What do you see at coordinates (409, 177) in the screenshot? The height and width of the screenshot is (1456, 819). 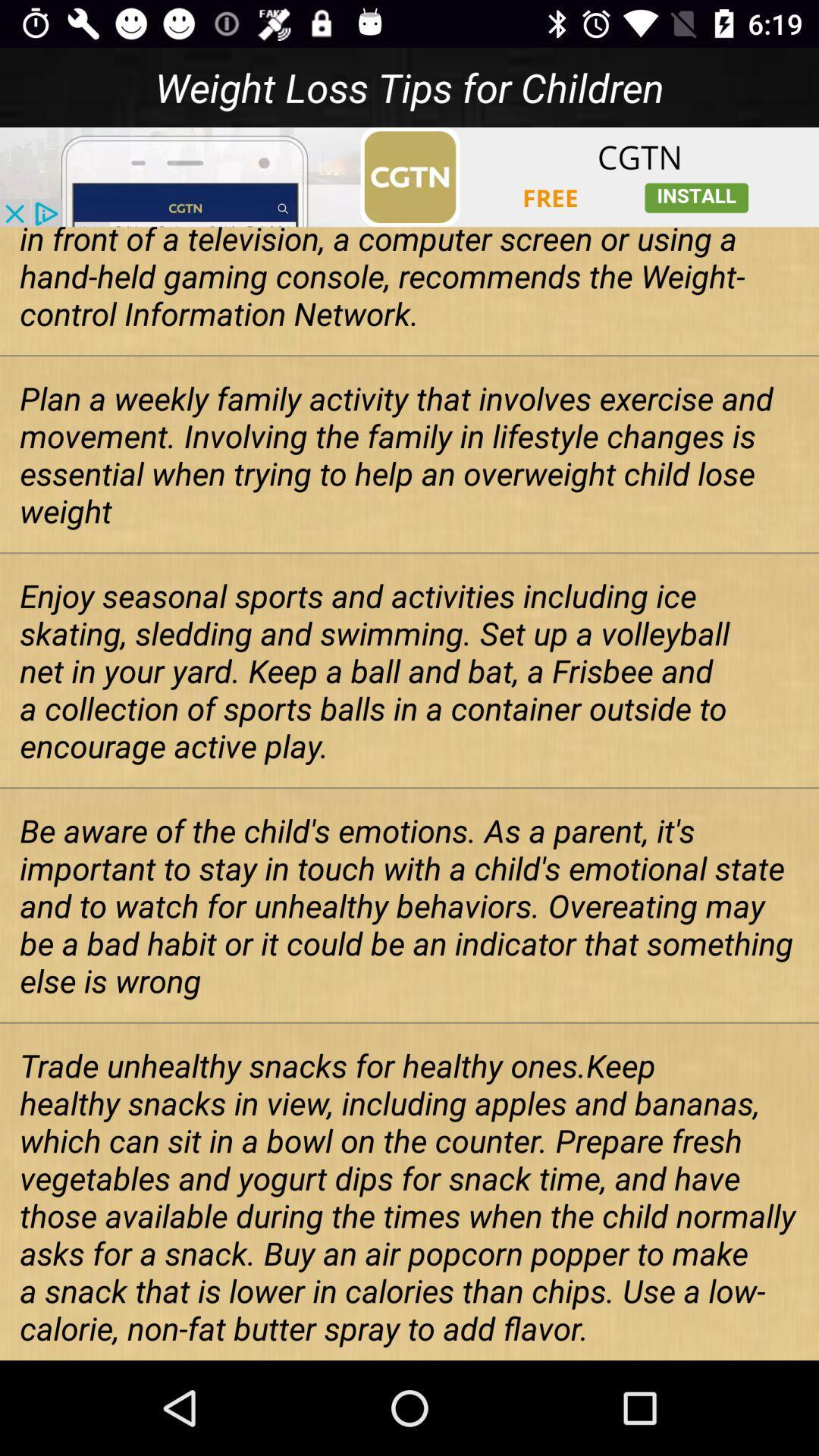 I see `advertisement` at bounding box center [409, 177].